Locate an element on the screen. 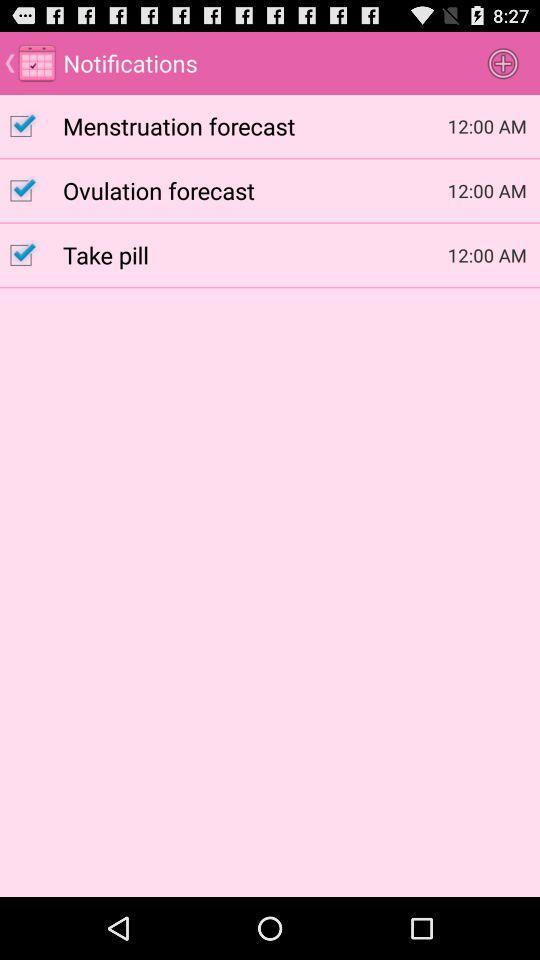 The width and height of the screenshot is (540, 960). notification is located at coordinates (30, 125).